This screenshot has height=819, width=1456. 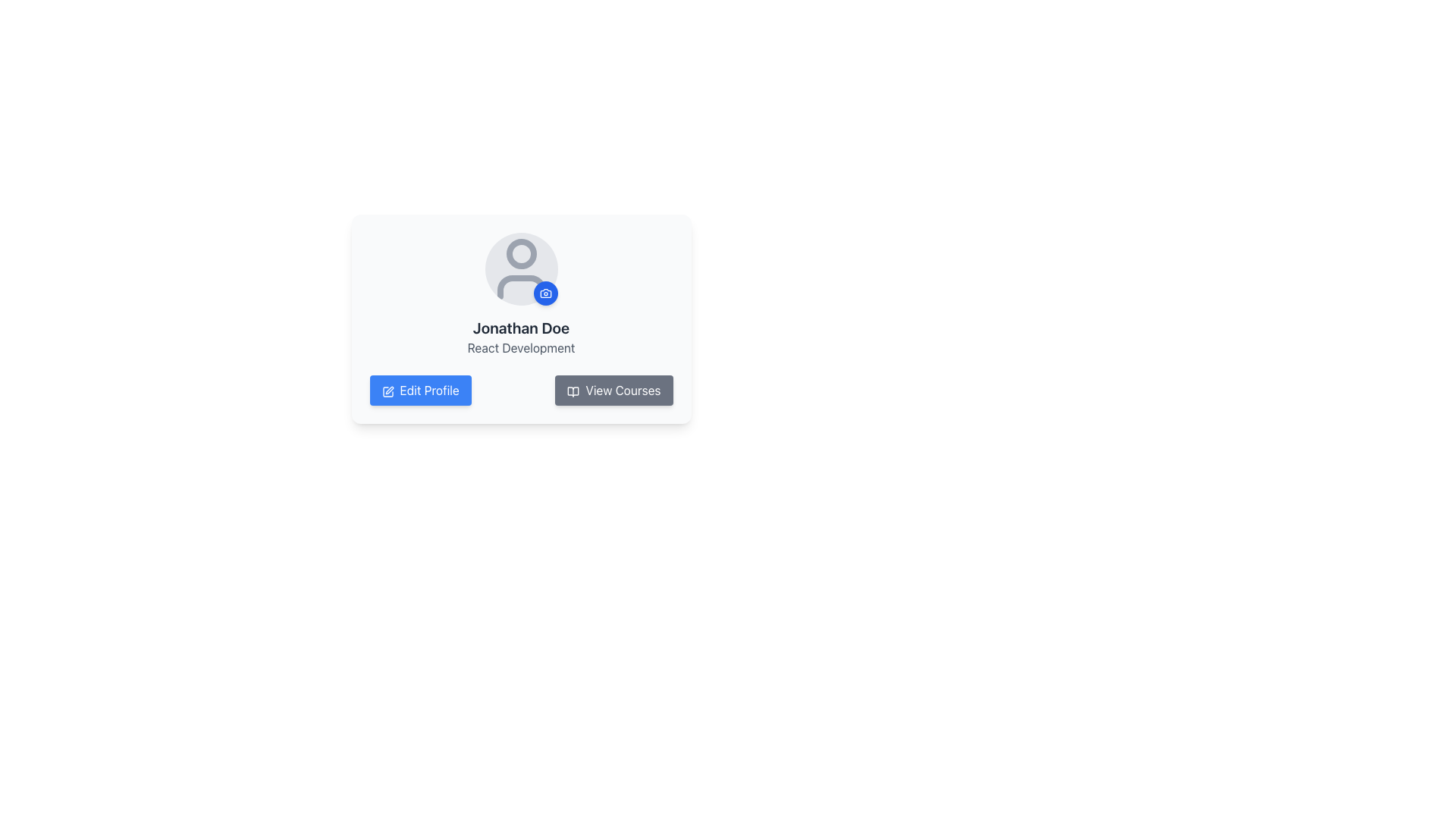 I want to click on the small white camera icon with a thin outline, located within a blue circular button at the bottom-right corner of the user profile picture, so click(x=545, y=293).